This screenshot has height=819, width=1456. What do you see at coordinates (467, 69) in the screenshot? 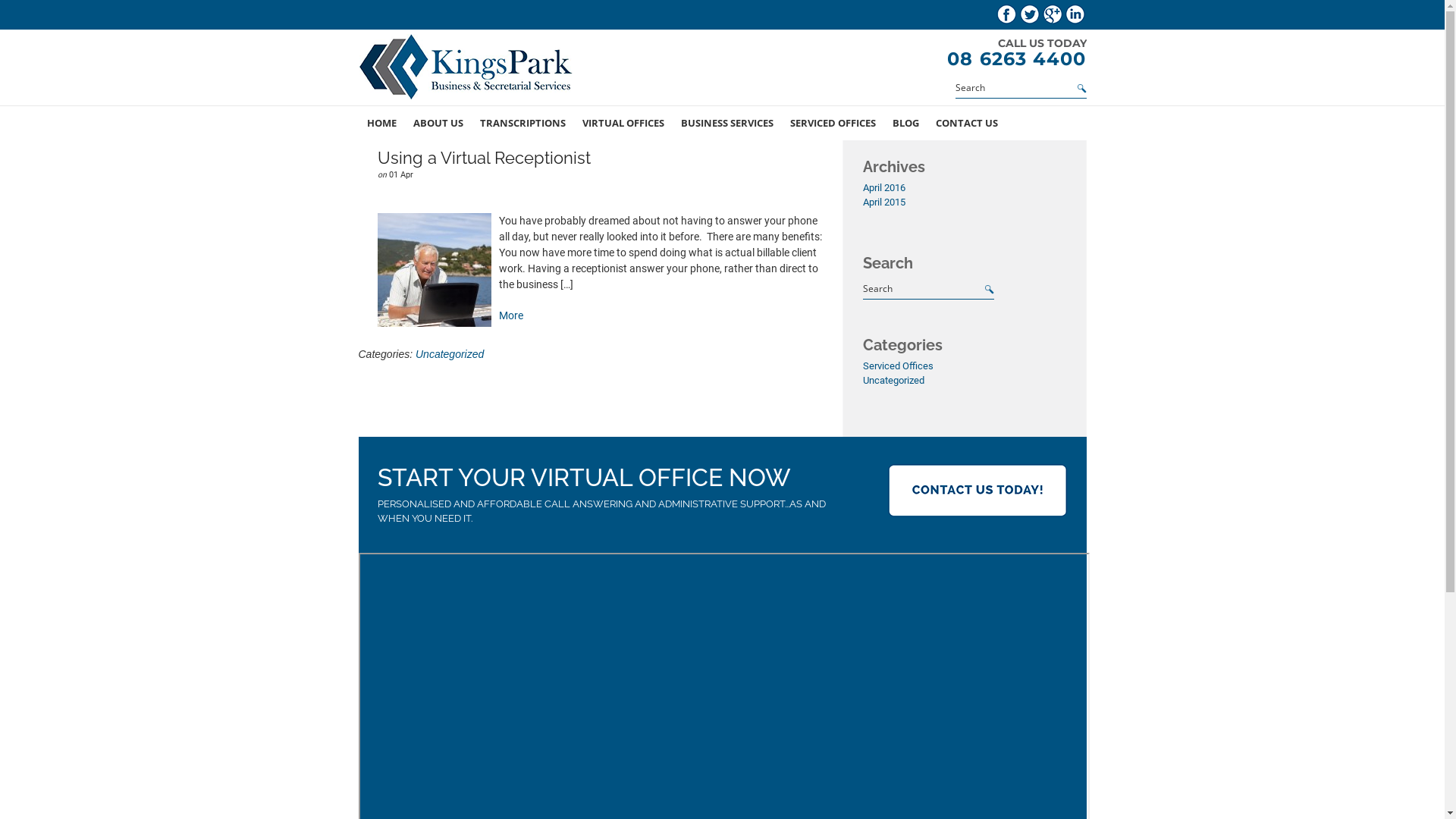
I see `'Kings Park Business and Secretarial Services'` at bounding box center [467, 69].